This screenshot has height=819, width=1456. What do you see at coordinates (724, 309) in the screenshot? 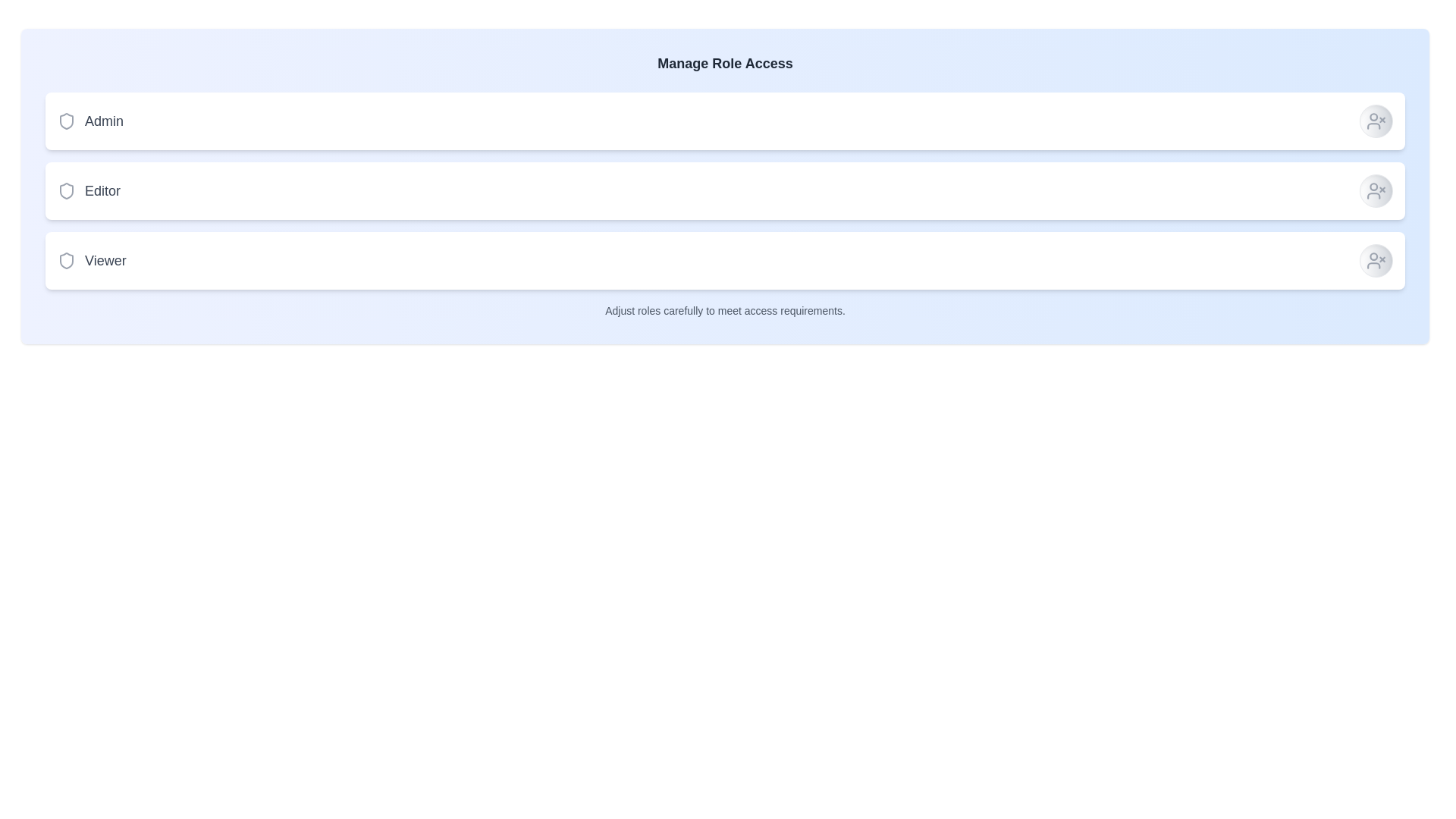
I see `the informational text label that guides users on adjusting roles, located below the 'Viewer' option in the roles section` at bounding box center [724, 309].